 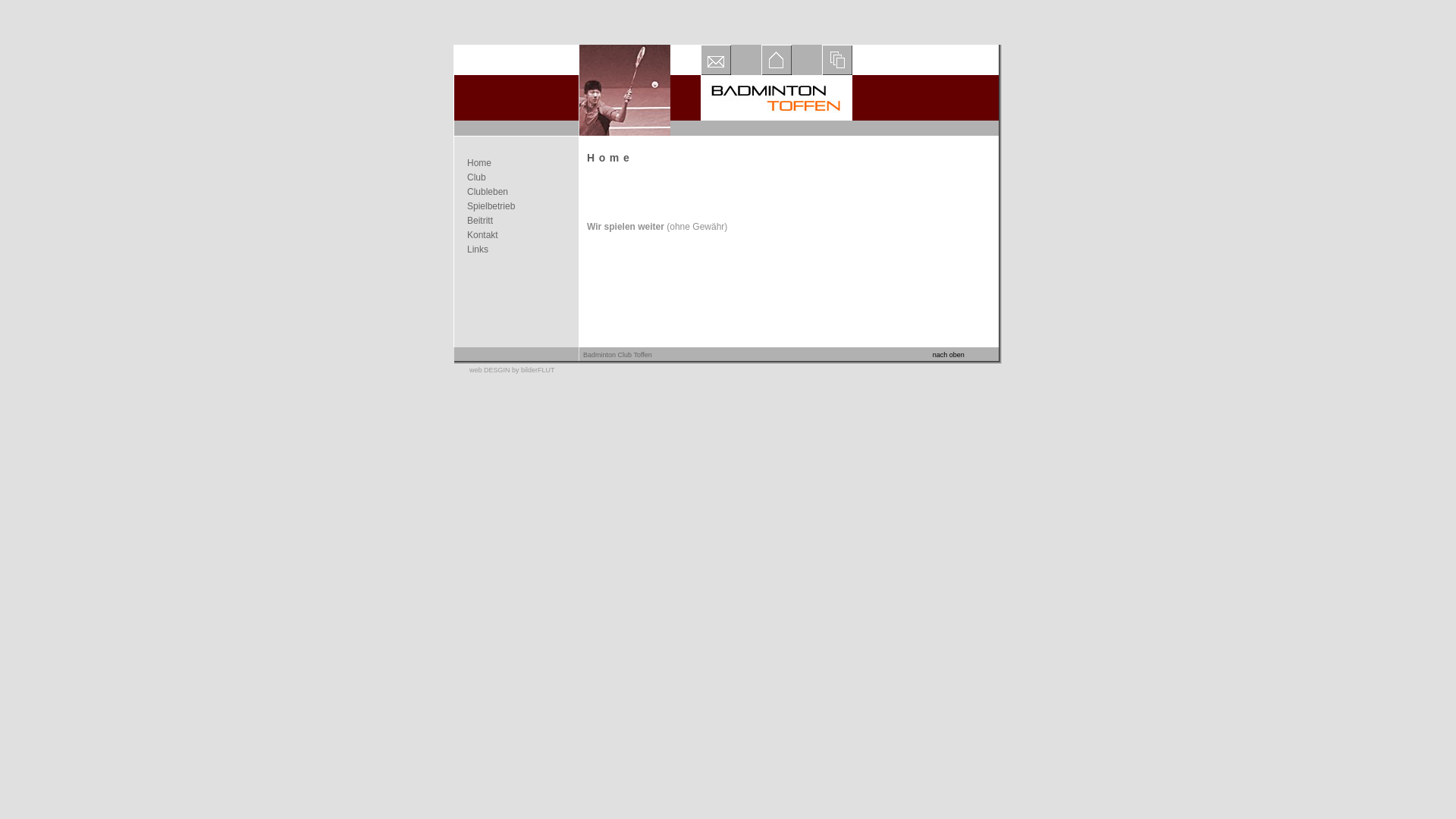 I want to click on 'Home', so click(x=516, y=162).